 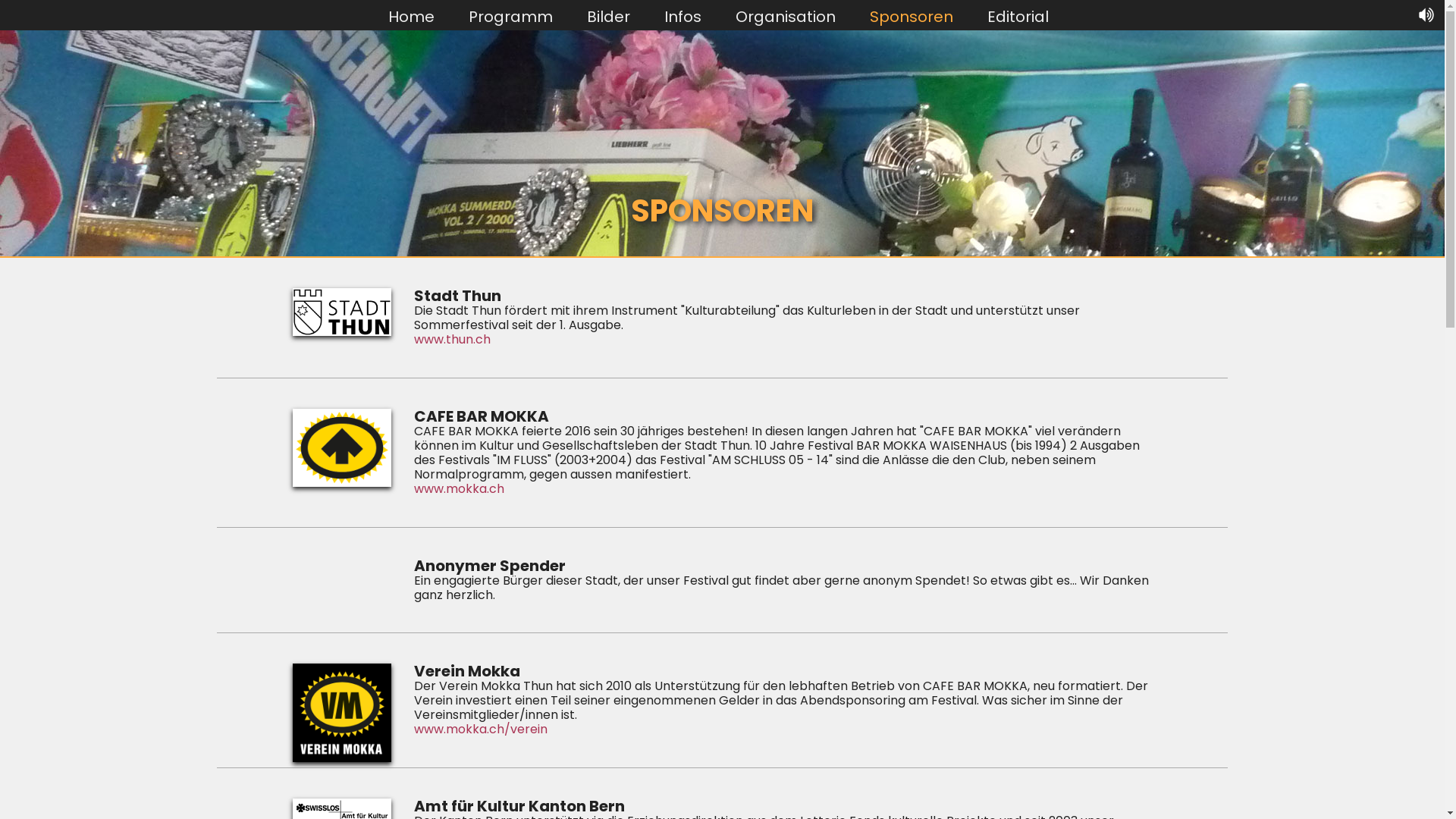 What do you see at coordinates (608, 15) in the screenshot?
I see `'Bilder'` at bounding box center [608, 15].